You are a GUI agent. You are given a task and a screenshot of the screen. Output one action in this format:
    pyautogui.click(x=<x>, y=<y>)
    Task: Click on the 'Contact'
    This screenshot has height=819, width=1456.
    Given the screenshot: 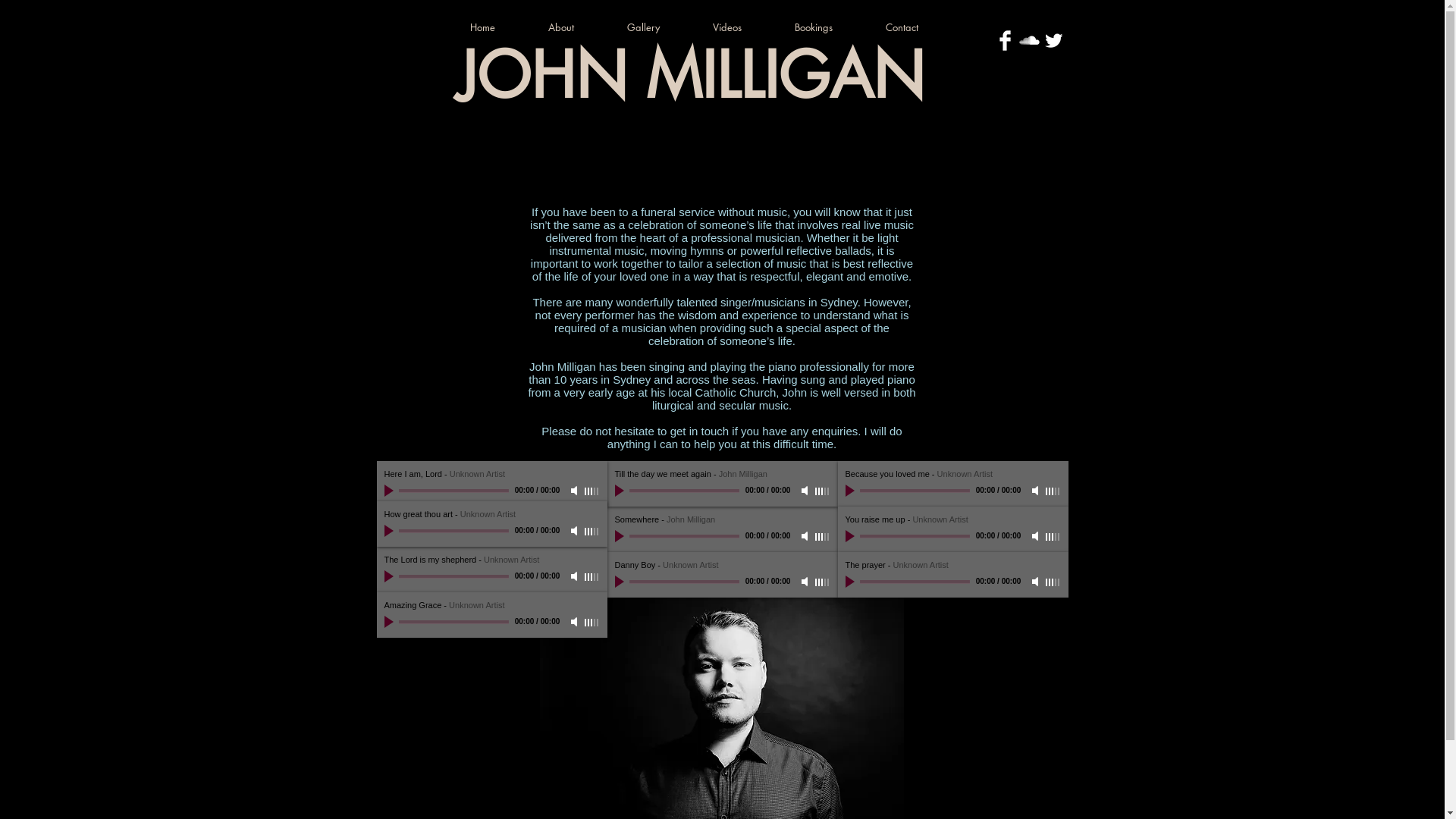 What is the action you would take?
    pyautogui.click(x=872, y=27)
    